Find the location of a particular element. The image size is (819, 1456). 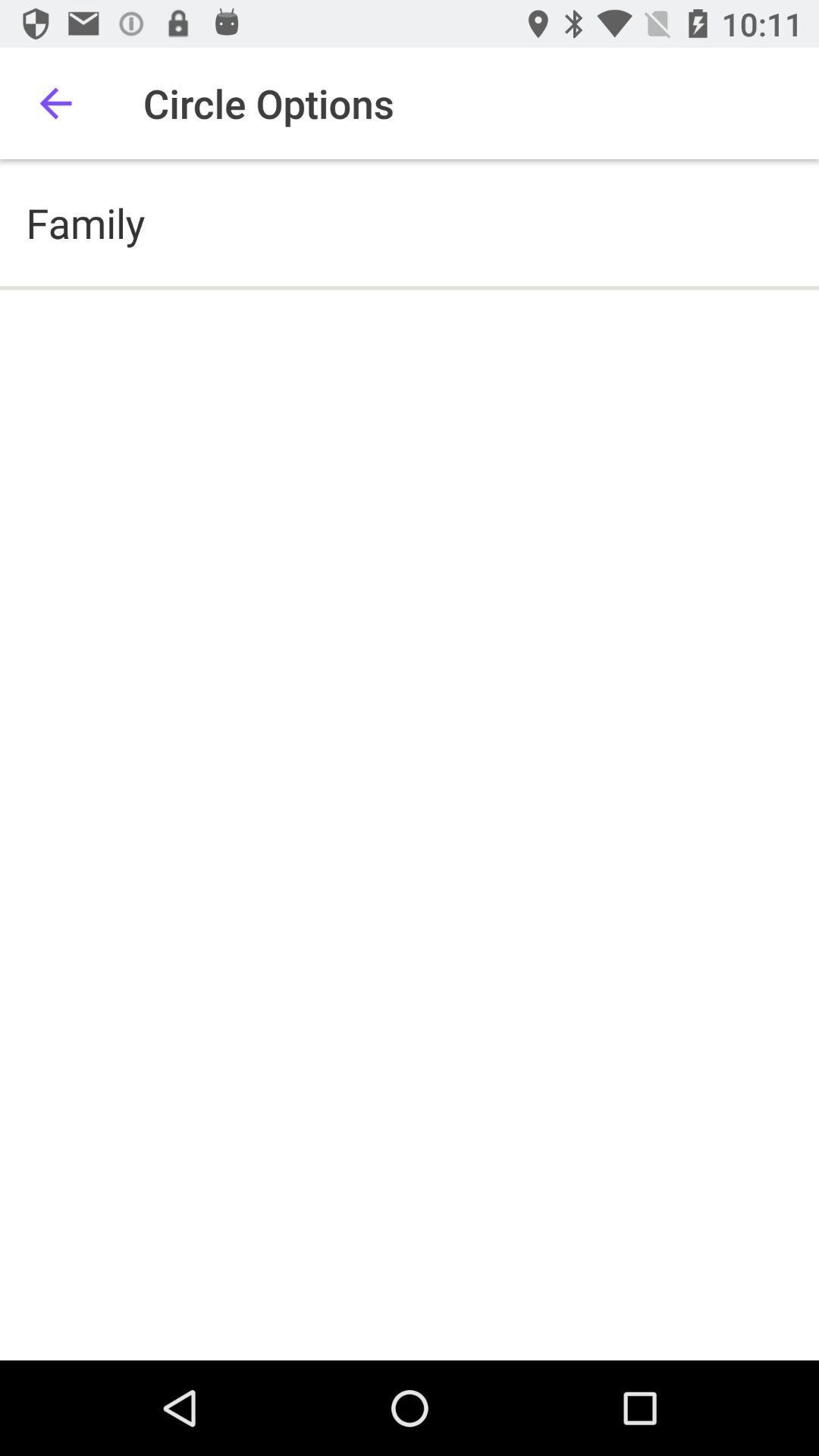

icon to the left of the circle options is located at coordinates (55, 102).